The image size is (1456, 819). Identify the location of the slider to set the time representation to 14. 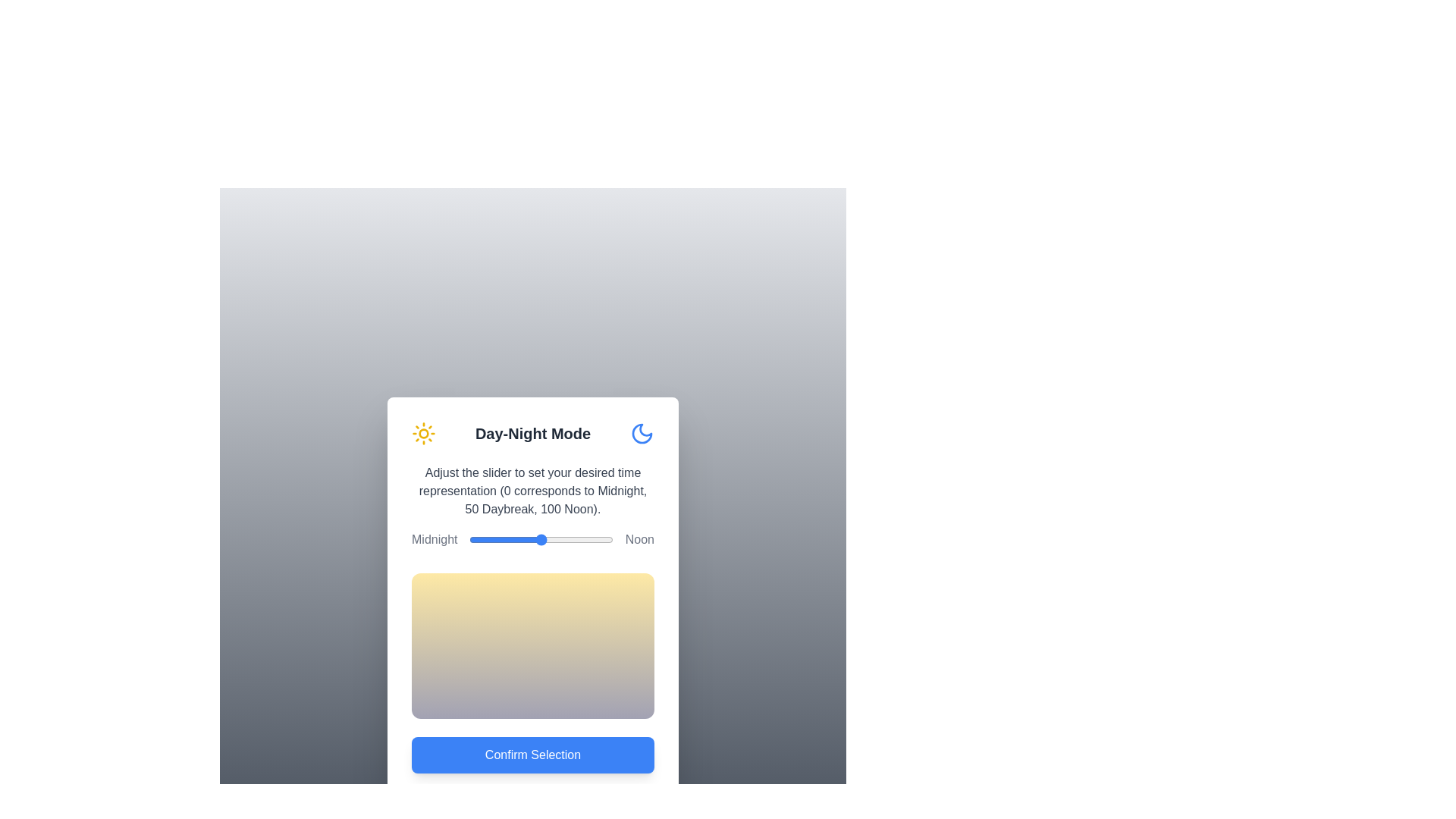
(489, 539).